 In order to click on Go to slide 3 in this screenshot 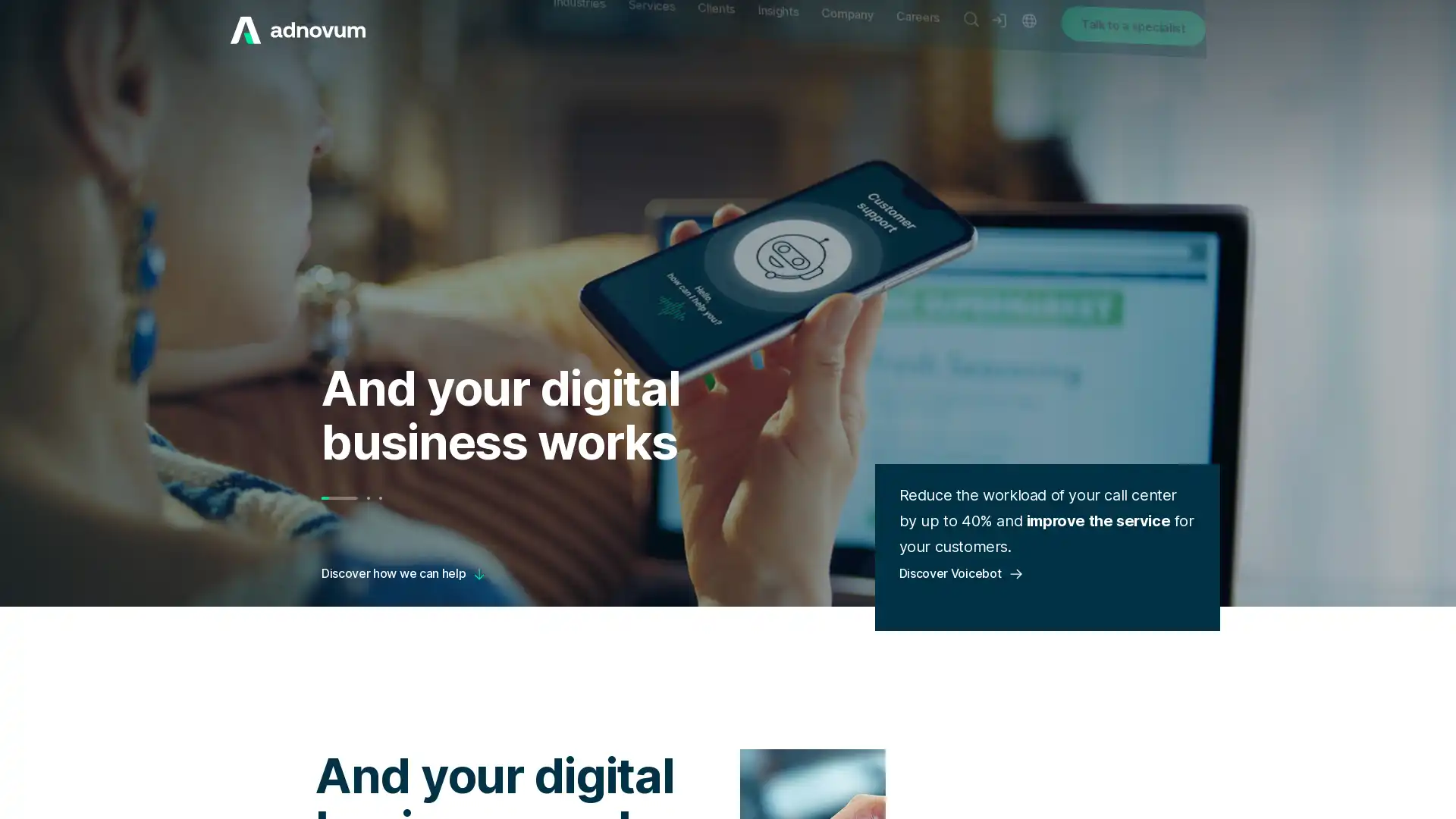, I will do `click(362, 497)`.